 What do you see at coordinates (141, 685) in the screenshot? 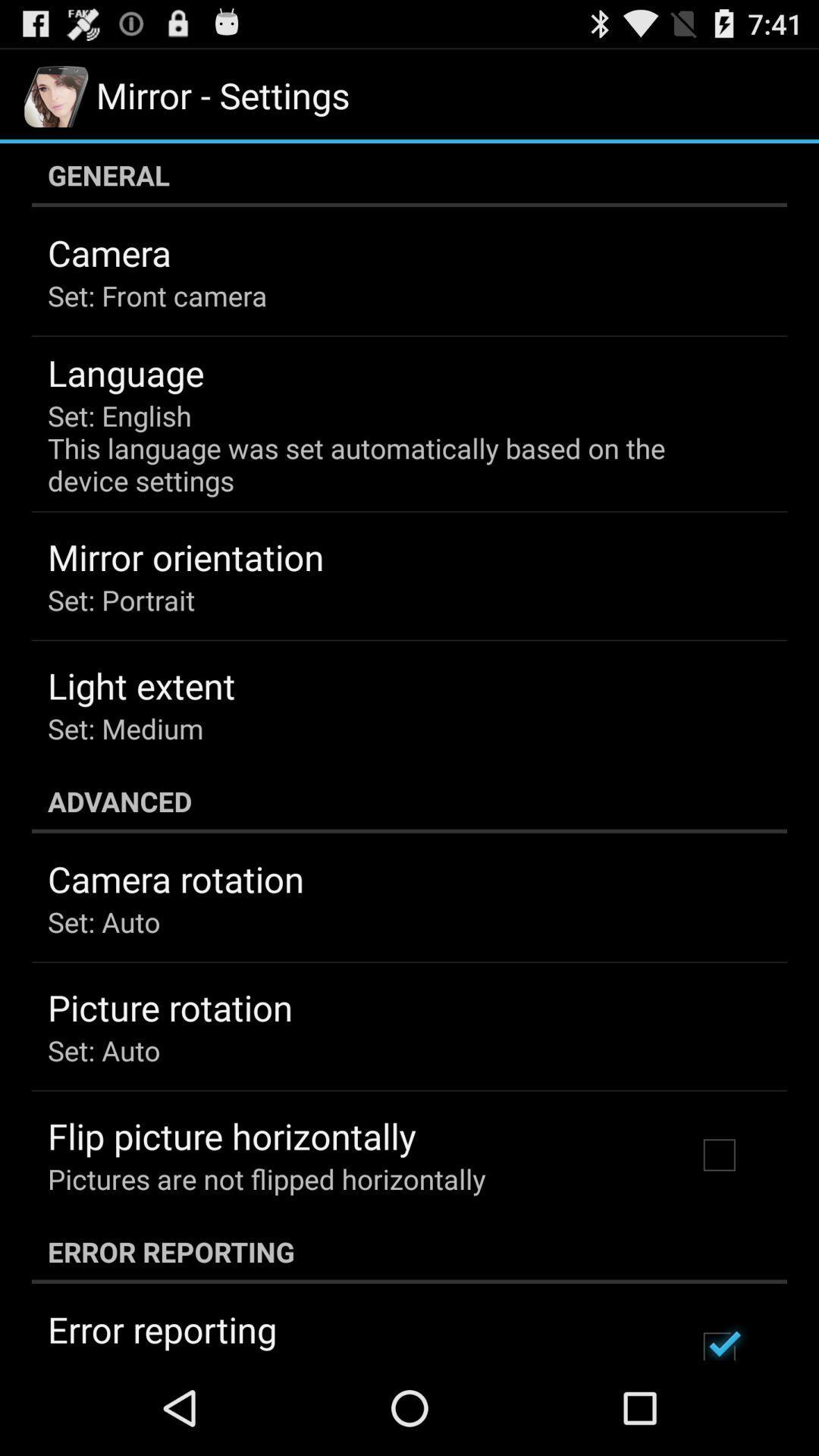
I see `the light extent` at bounding box center [141, 685].